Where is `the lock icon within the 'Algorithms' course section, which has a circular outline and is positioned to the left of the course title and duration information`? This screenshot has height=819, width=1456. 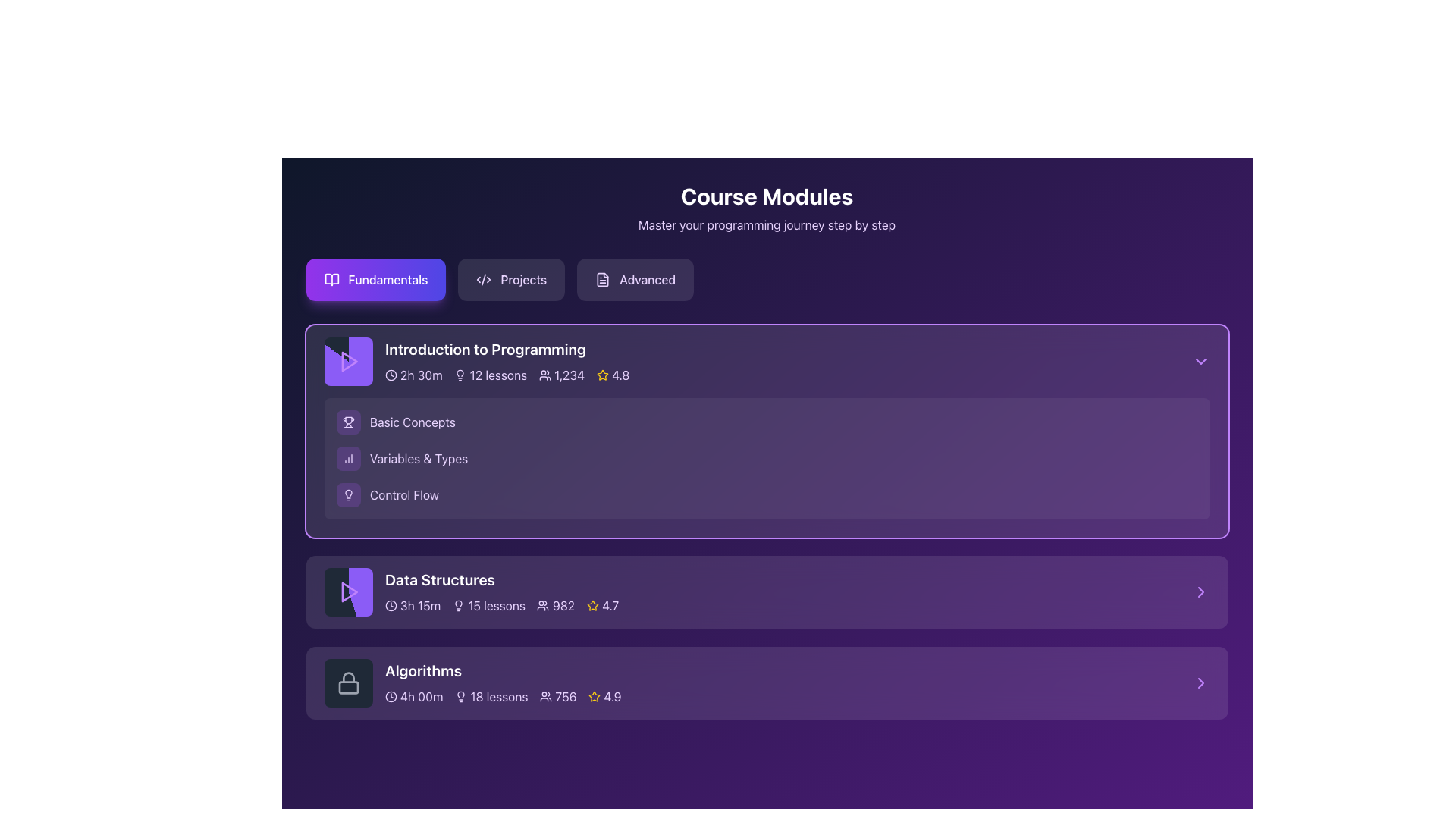
the lock icon within the 'Algorithms' course section, which has a circular outline and is positioned to the left of the course title and duration information is located at coordinates (347, 683).